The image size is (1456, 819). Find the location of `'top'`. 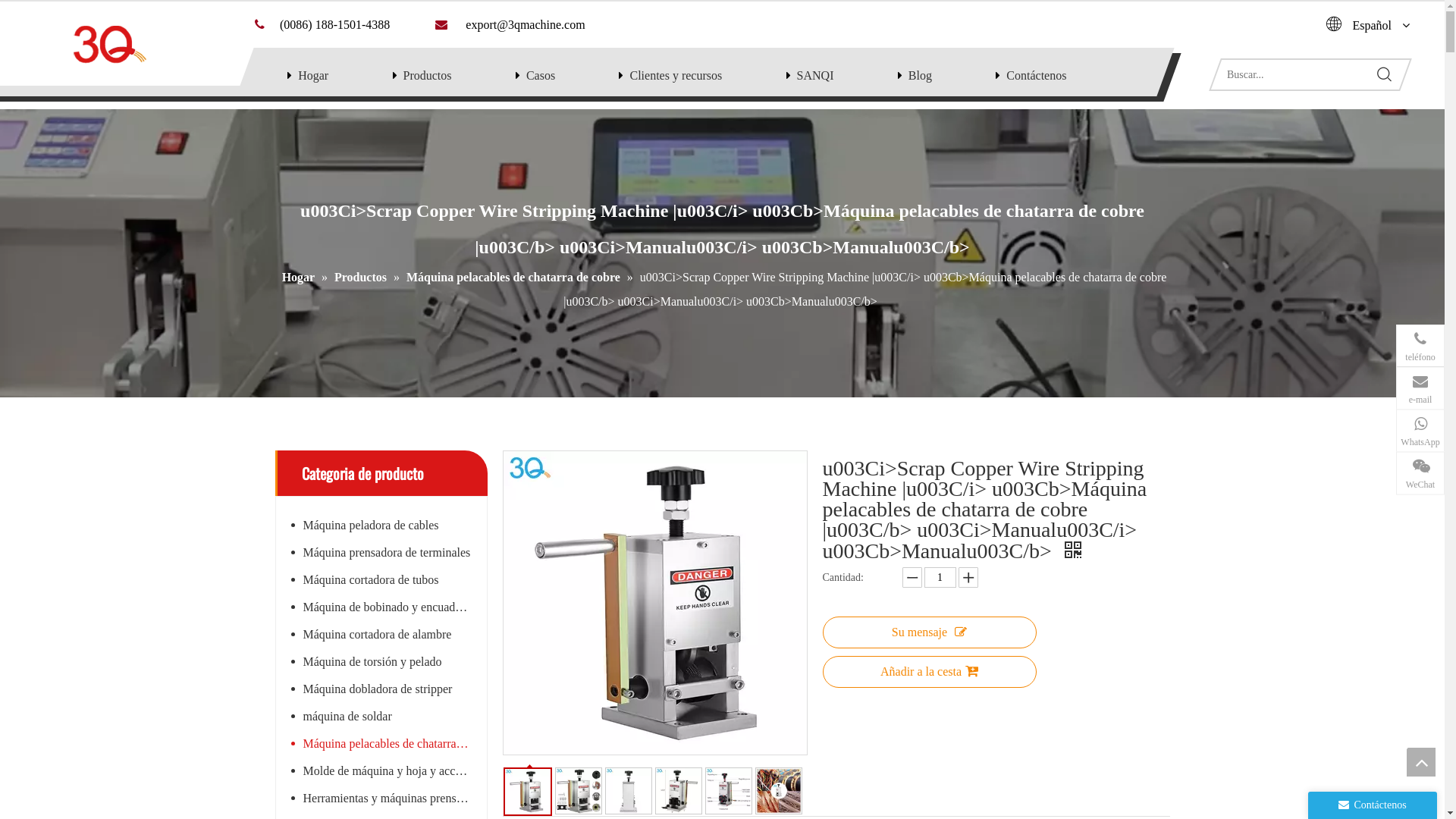

'top' is located at coordinates (1420, 762).